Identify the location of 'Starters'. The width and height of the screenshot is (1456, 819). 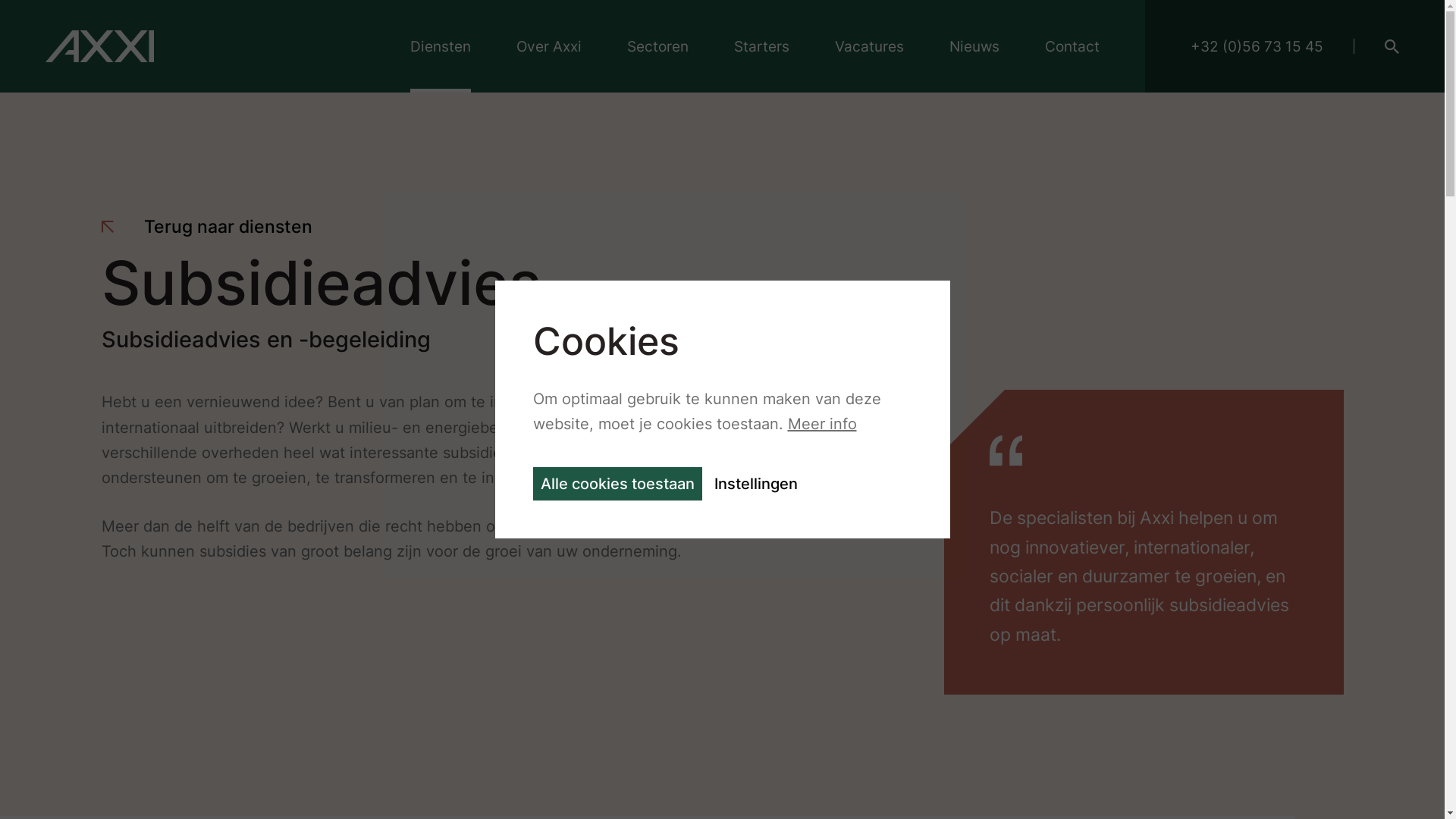
(761, 45).